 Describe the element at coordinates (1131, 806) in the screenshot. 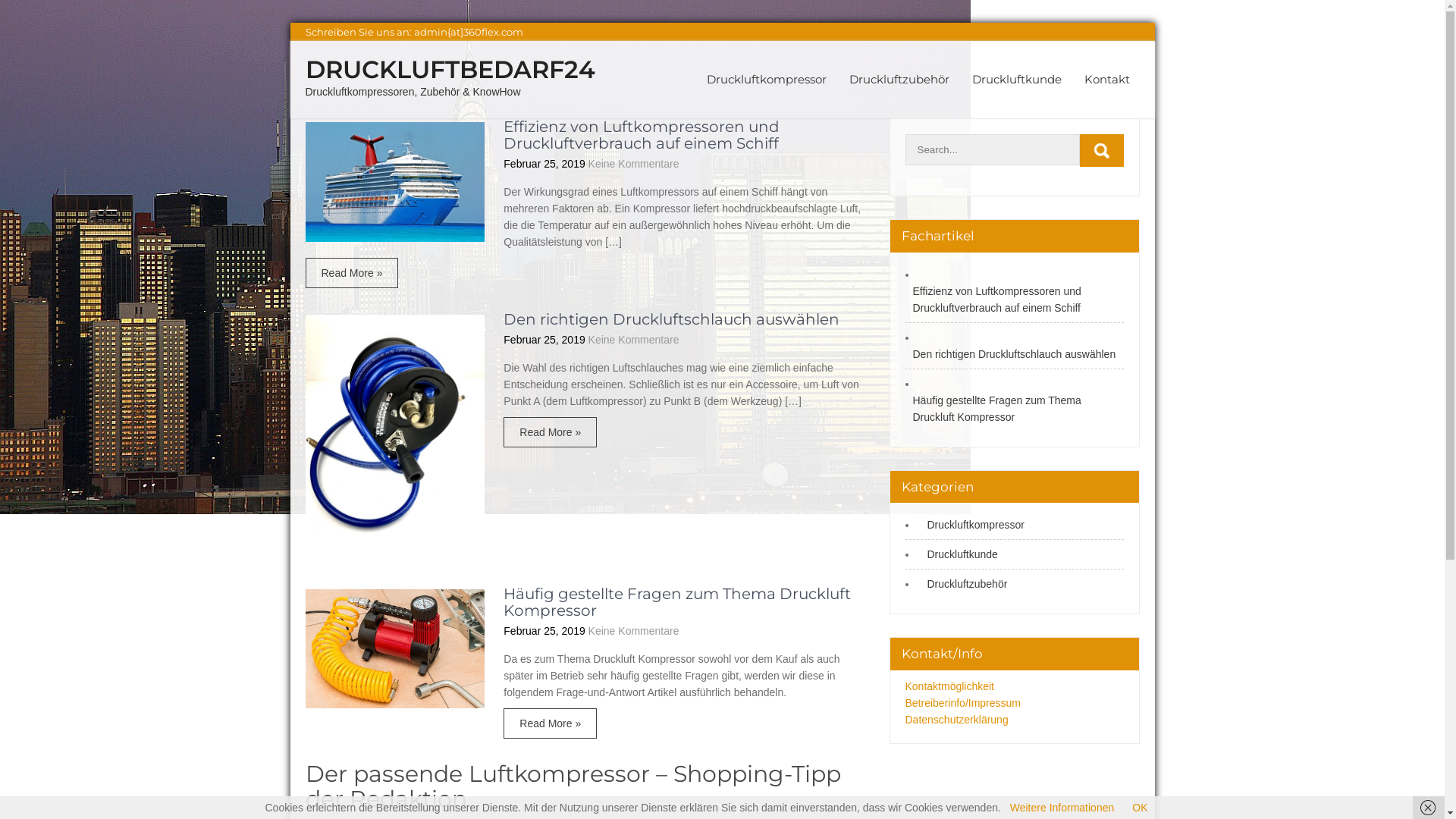

I see `'OK'` at that location.